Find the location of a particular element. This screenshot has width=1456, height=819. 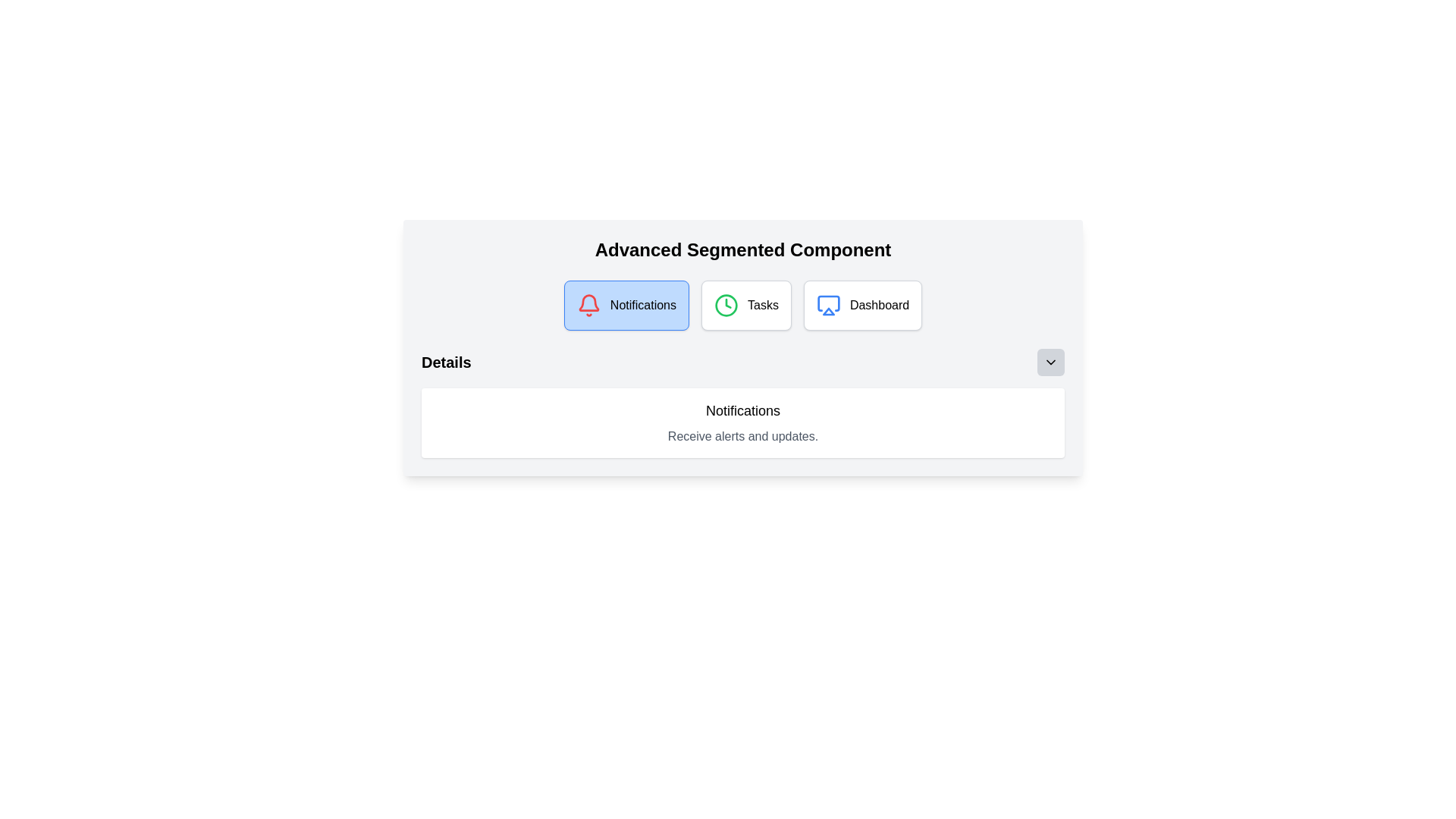

text content of the 'Dashboard' label, which is displayed in a medium font weight and positioned to the left of an icon within a rounded card-like structure is located at coordinates (880, 305).